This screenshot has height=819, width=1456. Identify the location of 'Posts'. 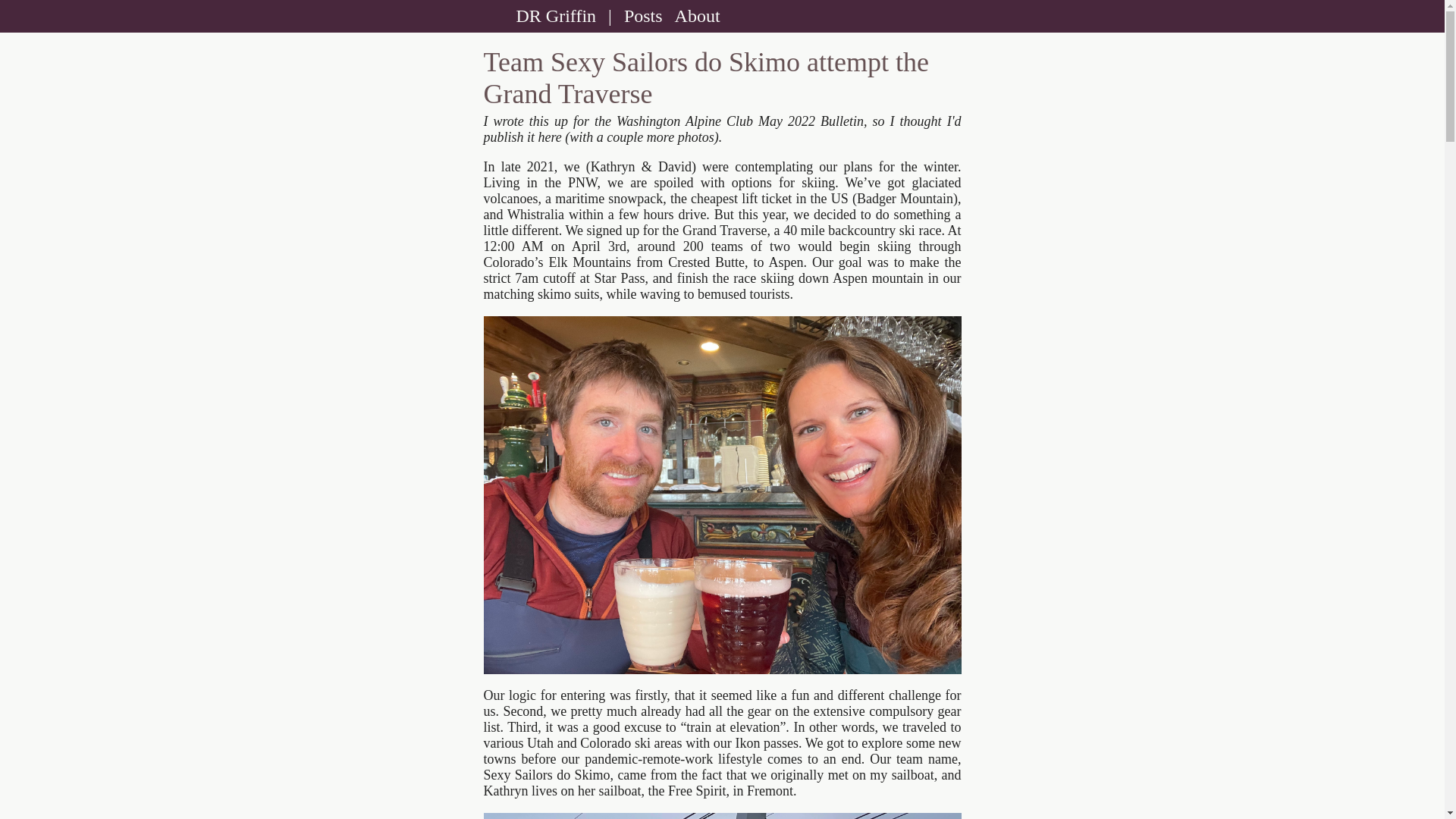
(618, 15).